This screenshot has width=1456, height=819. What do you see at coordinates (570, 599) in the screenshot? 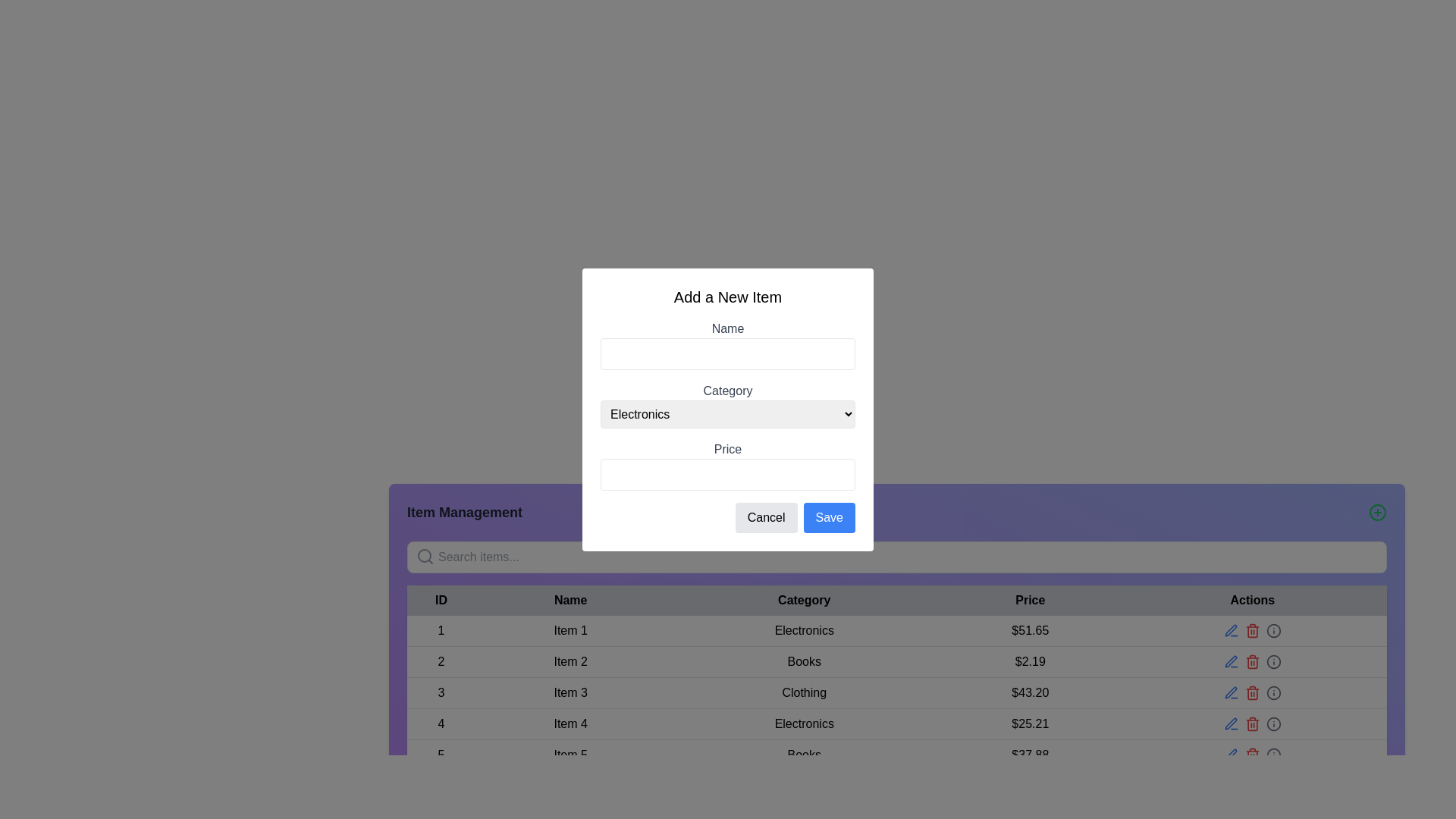
I see `the 'Name' header cell` at bounding box center [570, 599].